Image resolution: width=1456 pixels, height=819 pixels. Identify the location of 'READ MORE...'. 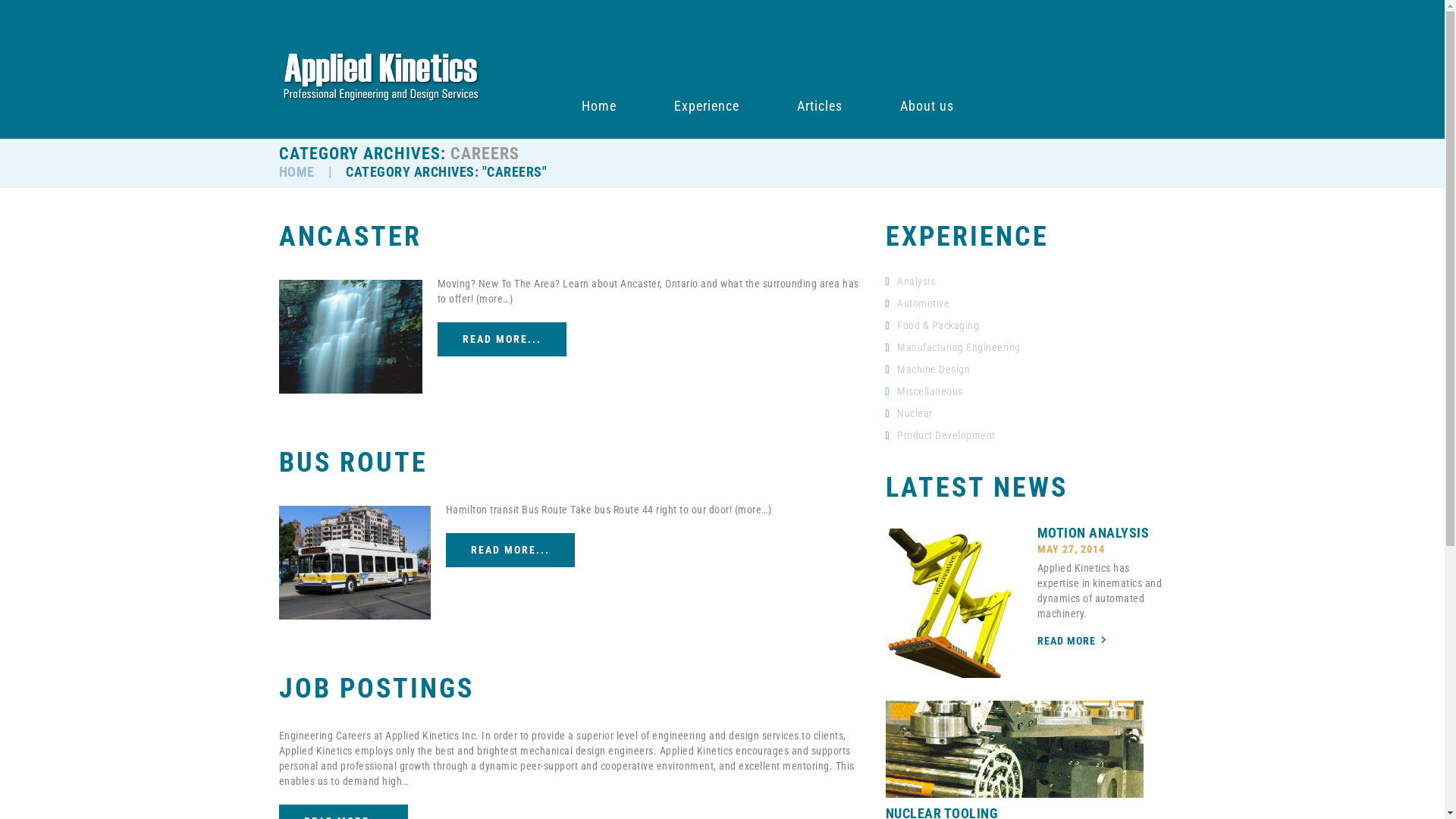
(501, 338).